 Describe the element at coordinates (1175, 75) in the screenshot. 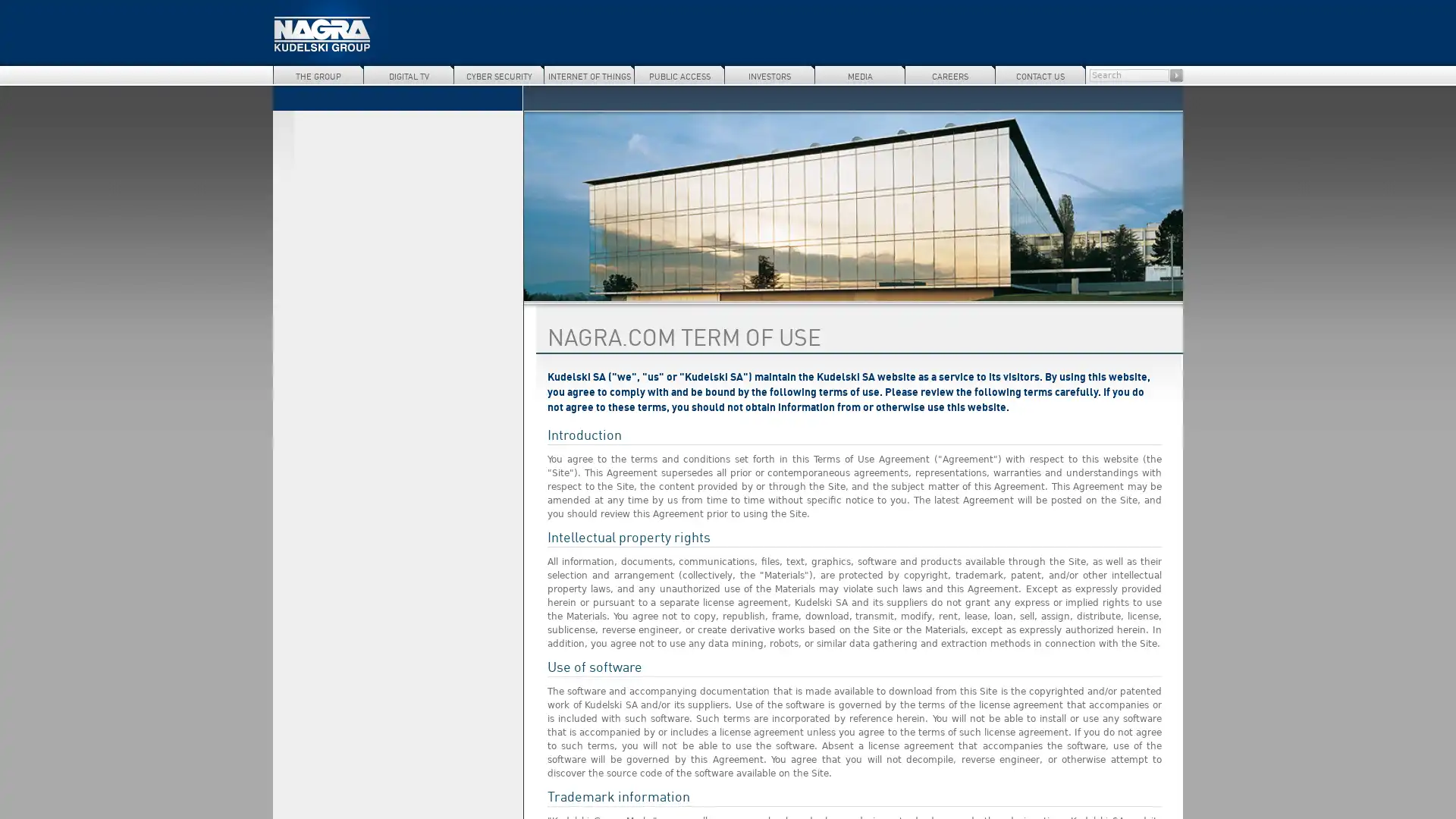

I see `Submit` at that location.